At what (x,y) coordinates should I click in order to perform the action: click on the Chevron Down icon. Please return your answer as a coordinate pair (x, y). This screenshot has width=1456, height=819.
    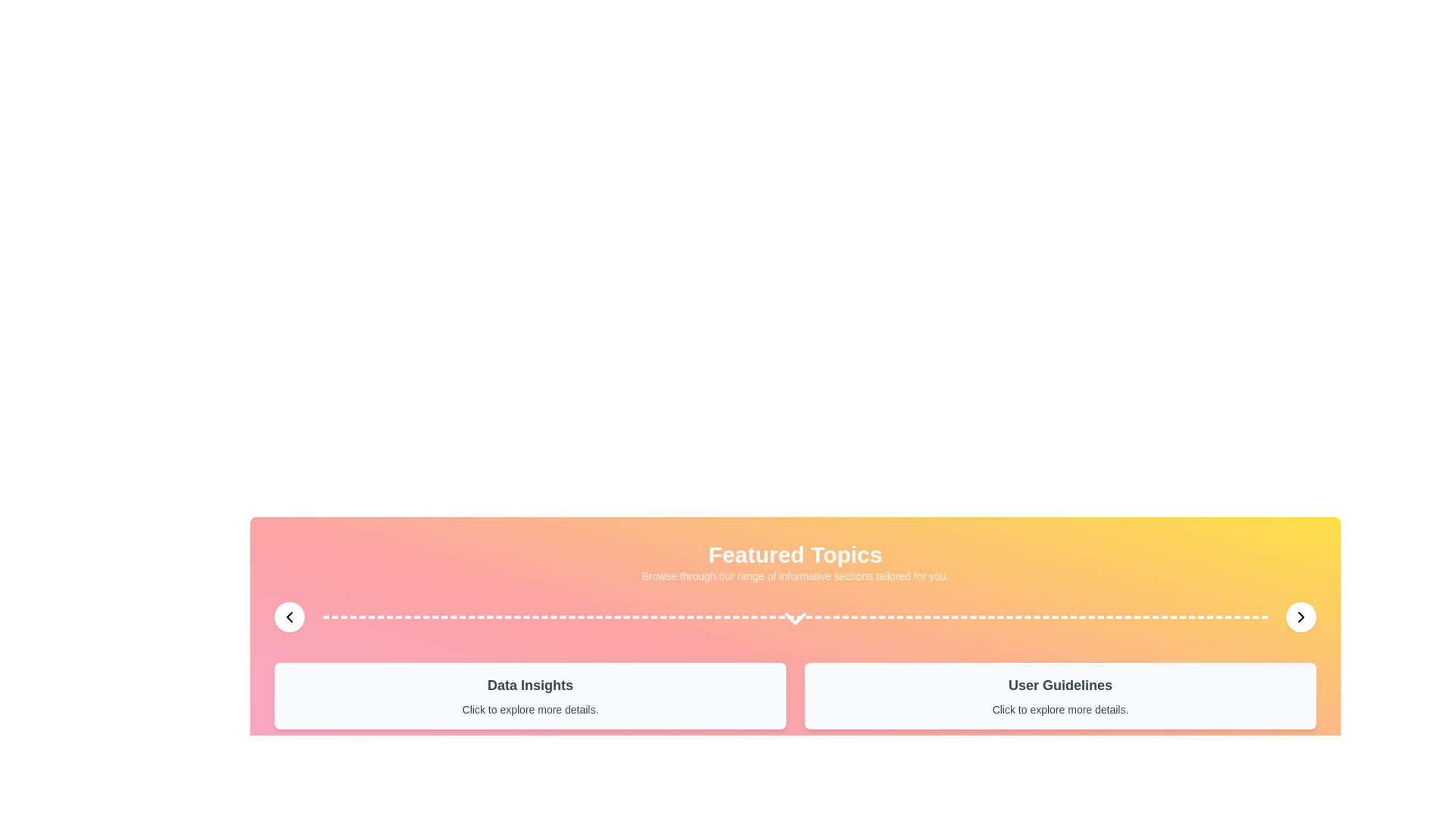
    Looking at the image, I should click on (795, 619).